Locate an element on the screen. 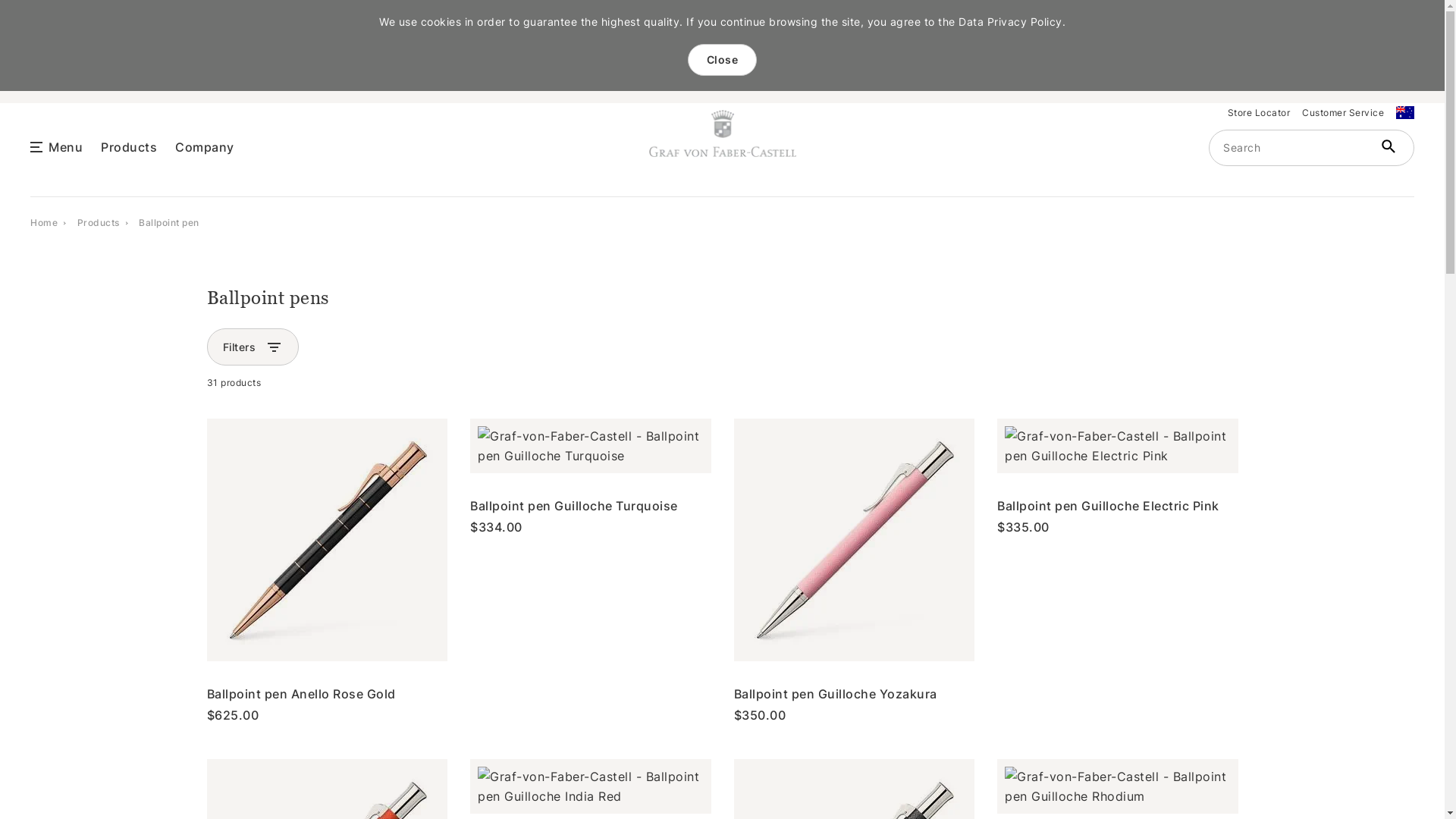 The image size is (1456, 819). 'navi-graf-von-faber-castell-Logo-130px' is located at coordinates (722, 133).